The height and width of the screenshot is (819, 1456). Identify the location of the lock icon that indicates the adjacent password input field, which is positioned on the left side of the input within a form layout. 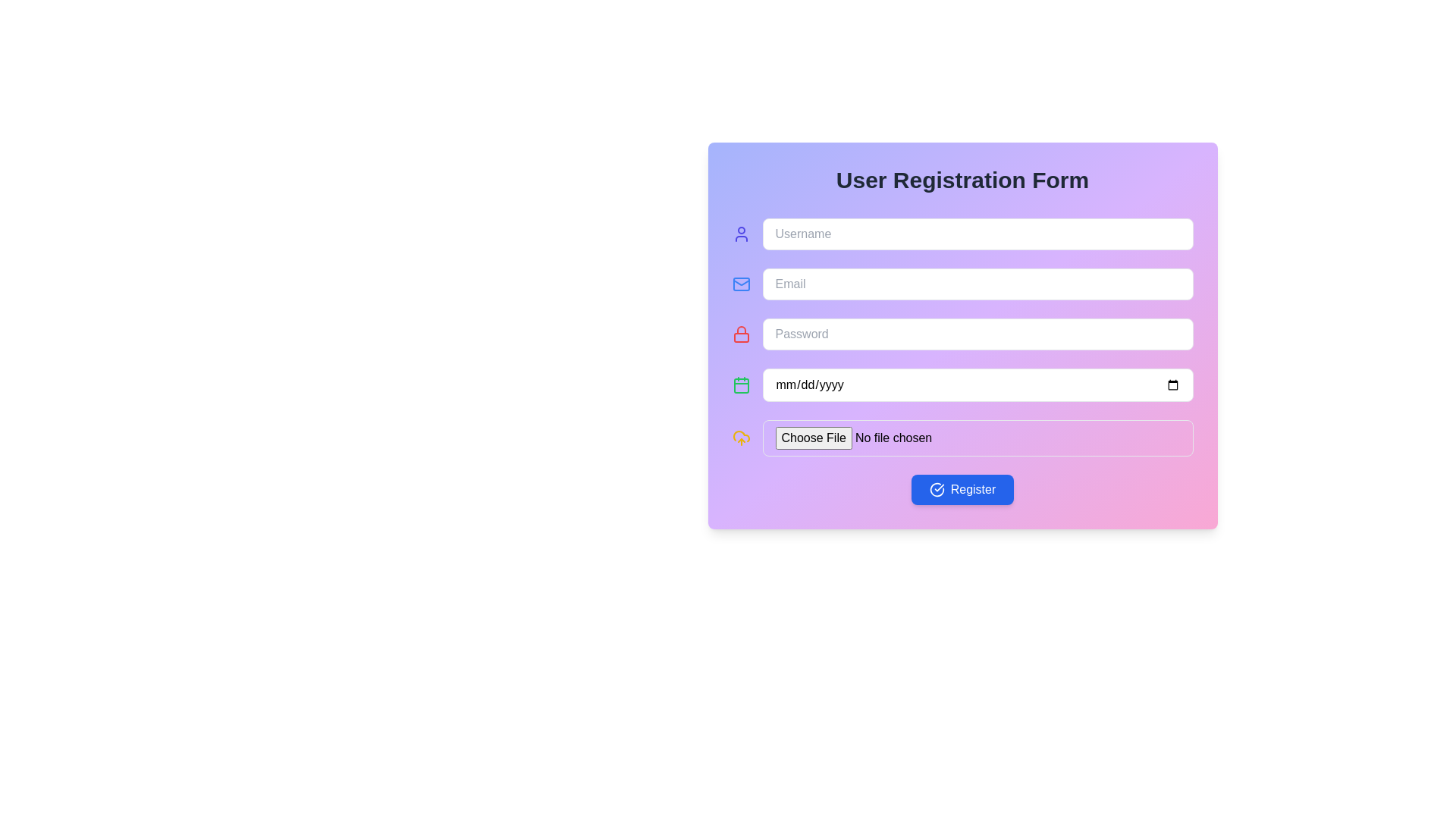
(741, 333).